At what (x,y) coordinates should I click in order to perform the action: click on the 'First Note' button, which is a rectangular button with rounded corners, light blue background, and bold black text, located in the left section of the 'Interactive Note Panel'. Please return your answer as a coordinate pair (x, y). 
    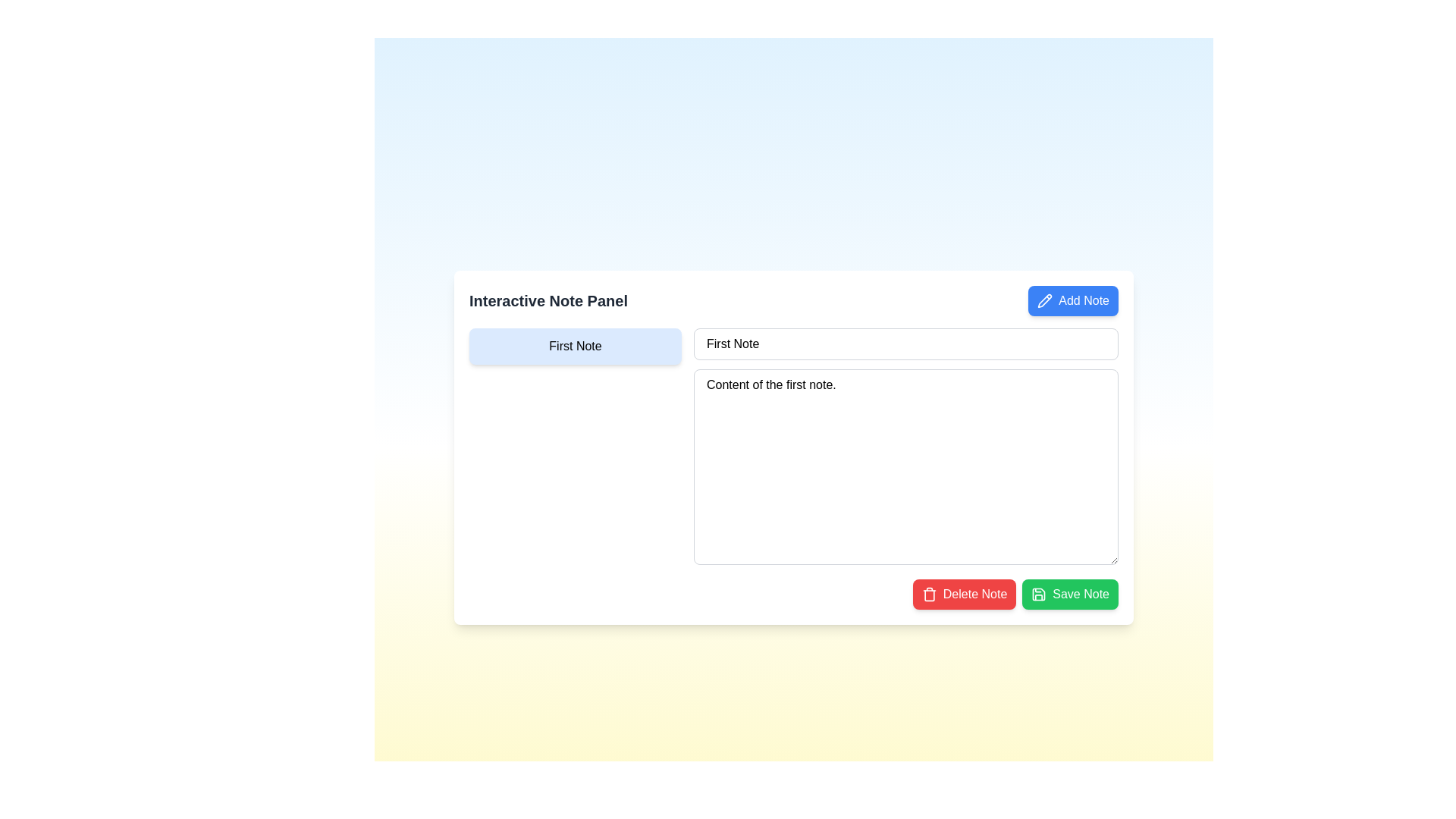
    Looking at the image, I should click on (574, 345).